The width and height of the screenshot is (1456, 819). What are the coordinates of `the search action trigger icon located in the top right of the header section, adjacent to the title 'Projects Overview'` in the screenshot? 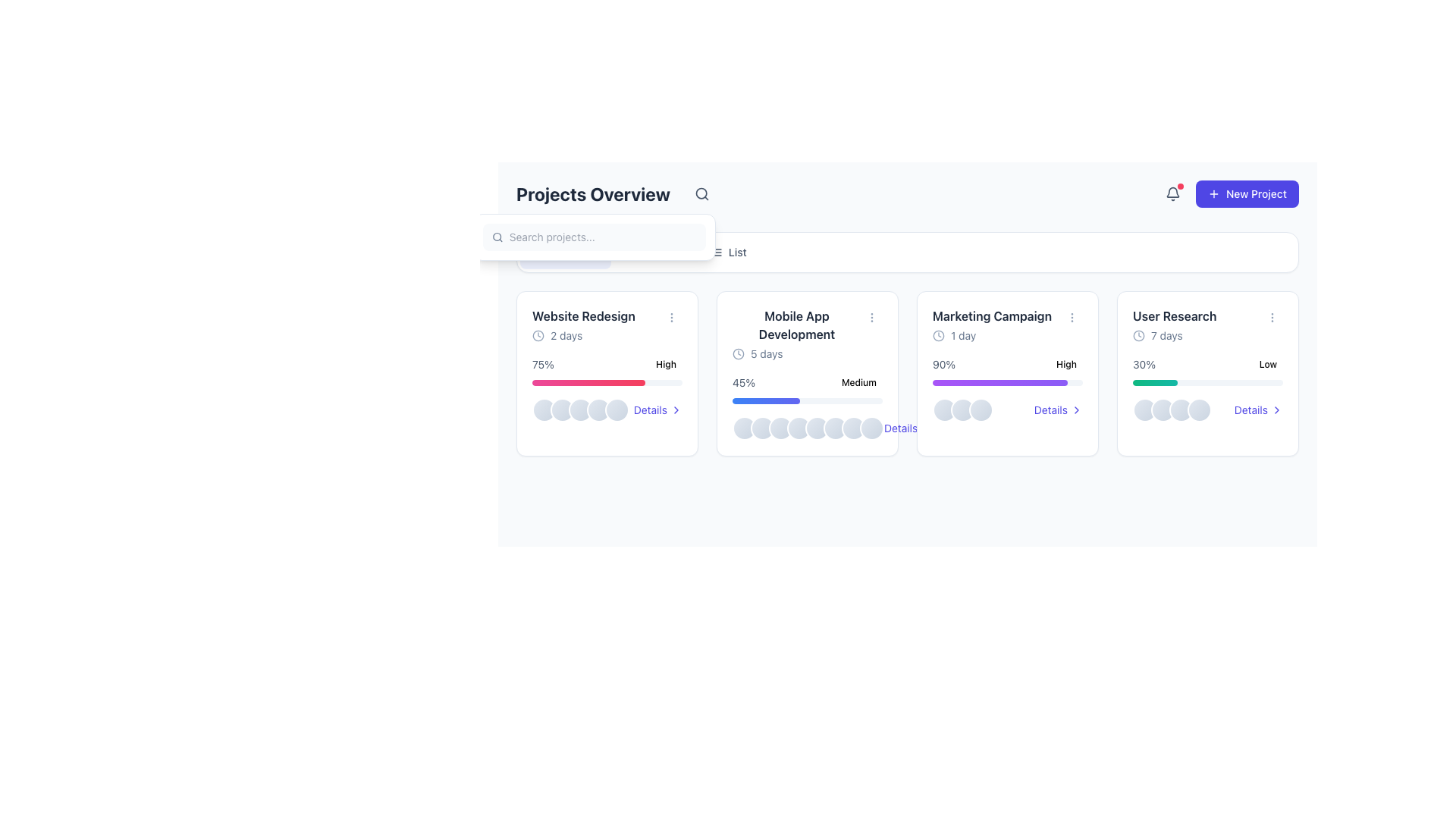 It's located at (701, 193).